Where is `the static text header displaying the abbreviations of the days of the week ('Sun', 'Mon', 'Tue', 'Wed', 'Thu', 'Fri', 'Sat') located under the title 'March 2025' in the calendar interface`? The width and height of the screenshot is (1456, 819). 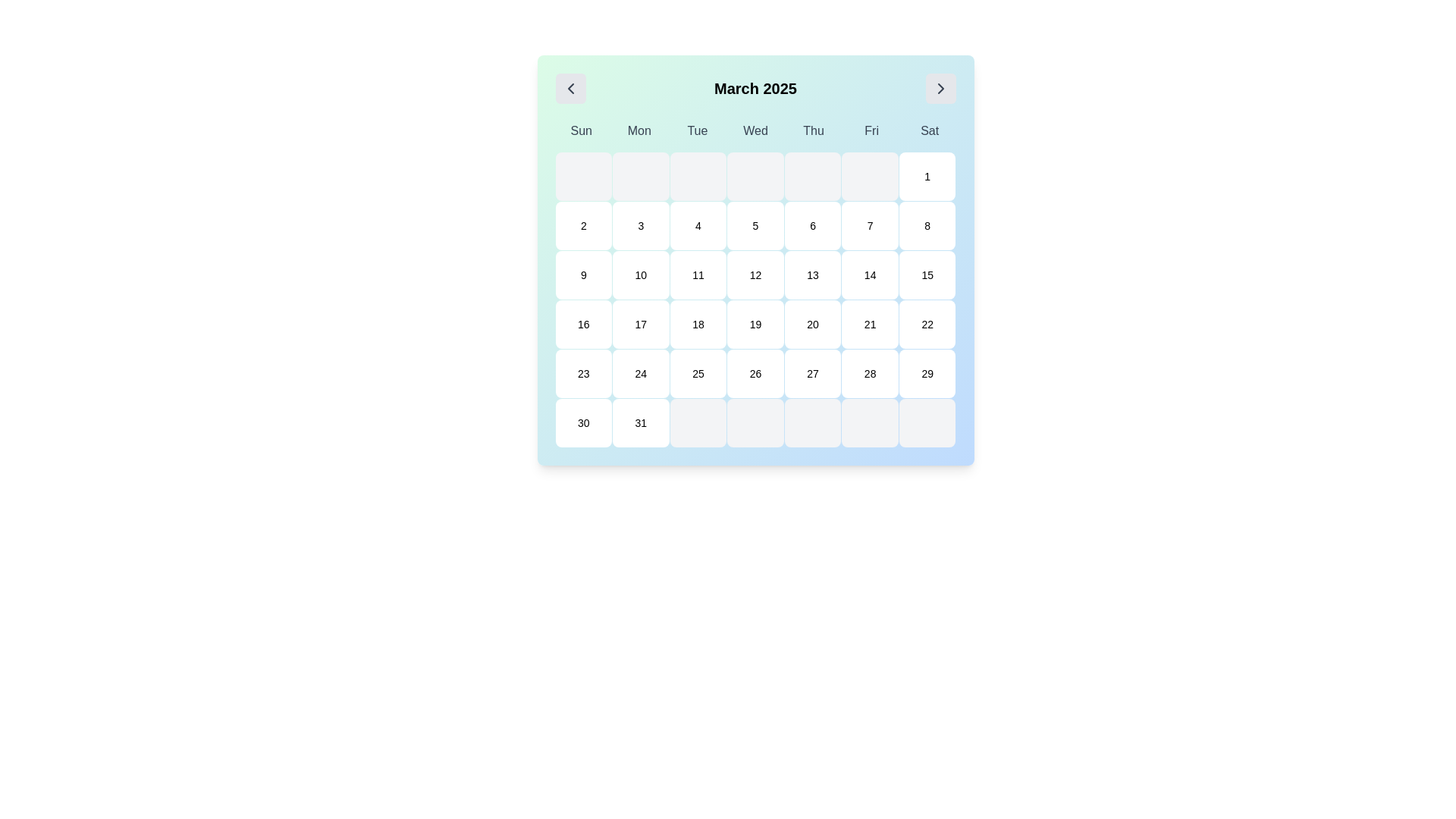
the static text header displaying the abbreviations of the days of the week ('Sun', 'Mon', 'Tue', 'Wed', 'Thu', 'Fri', 'Sat') located under the title 'March 2025' in the calendar interface is located at coordinates (755, 130).